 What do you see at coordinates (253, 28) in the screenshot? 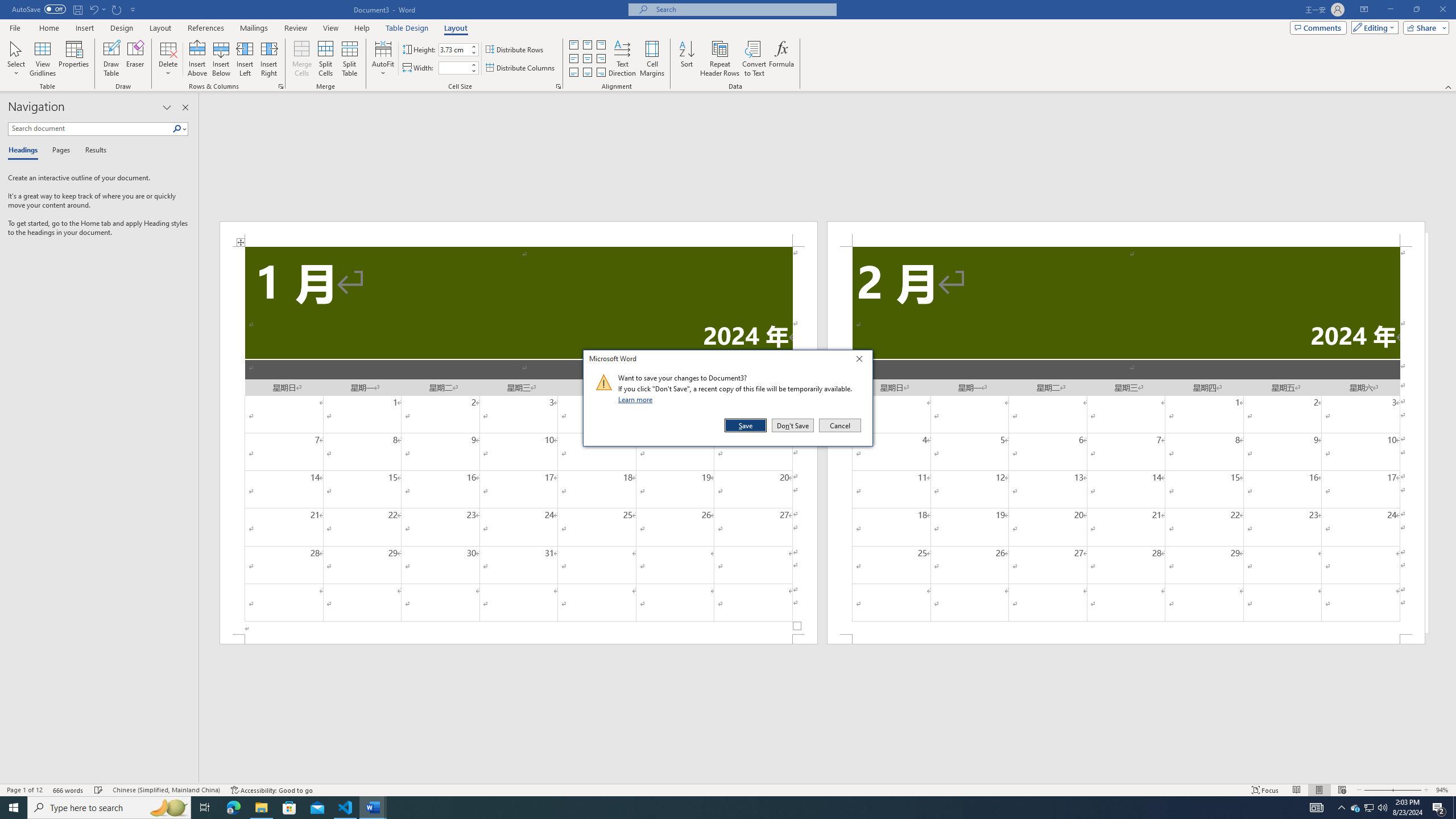
I see `'Mailings'` at bounding box center [253, 28].